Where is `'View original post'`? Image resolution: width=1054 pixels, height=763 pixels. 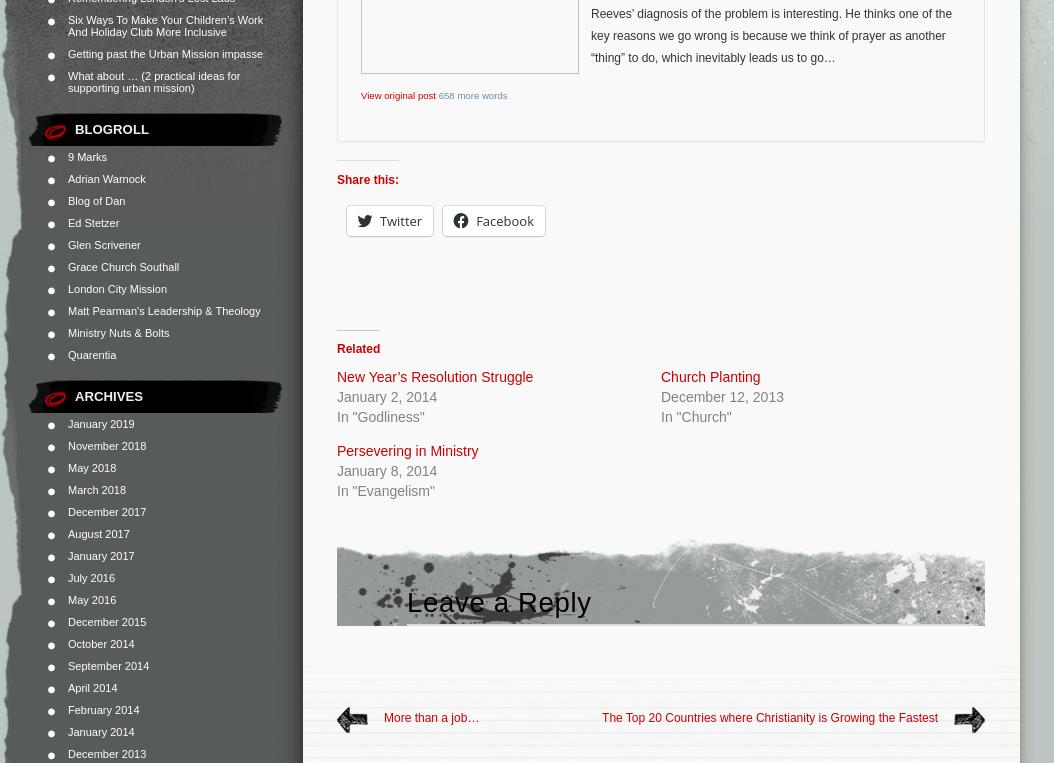 'View original post' is located at coordinates (397, 94).